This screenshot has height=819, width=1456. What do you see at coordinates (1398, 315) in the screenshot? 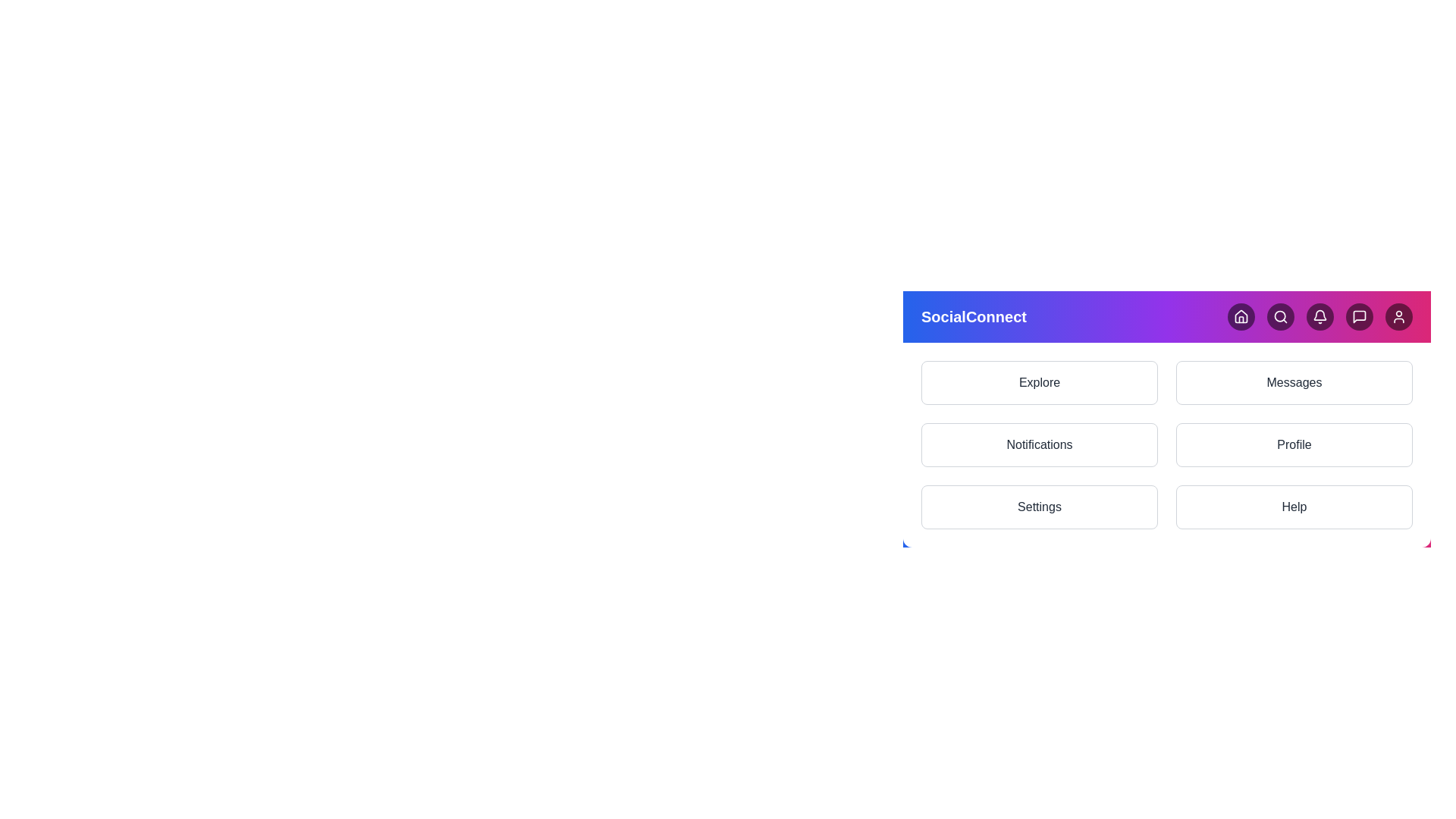
I see `the Profile button in the navigation header` at bounding box center [1398, 315].